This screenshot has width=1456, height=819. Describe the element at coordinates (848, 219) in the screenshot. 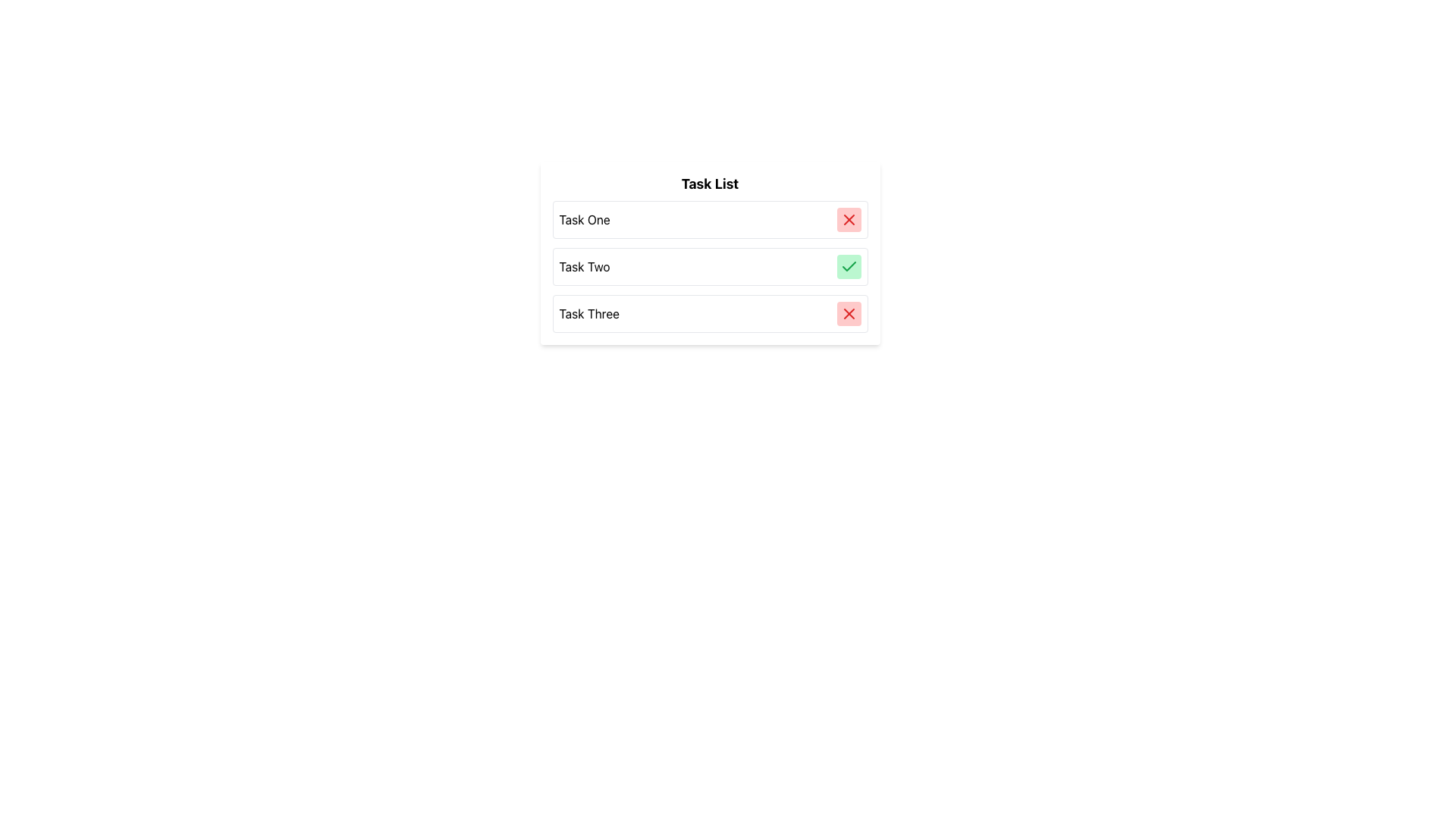

I see `keyboard navigation` at that location.